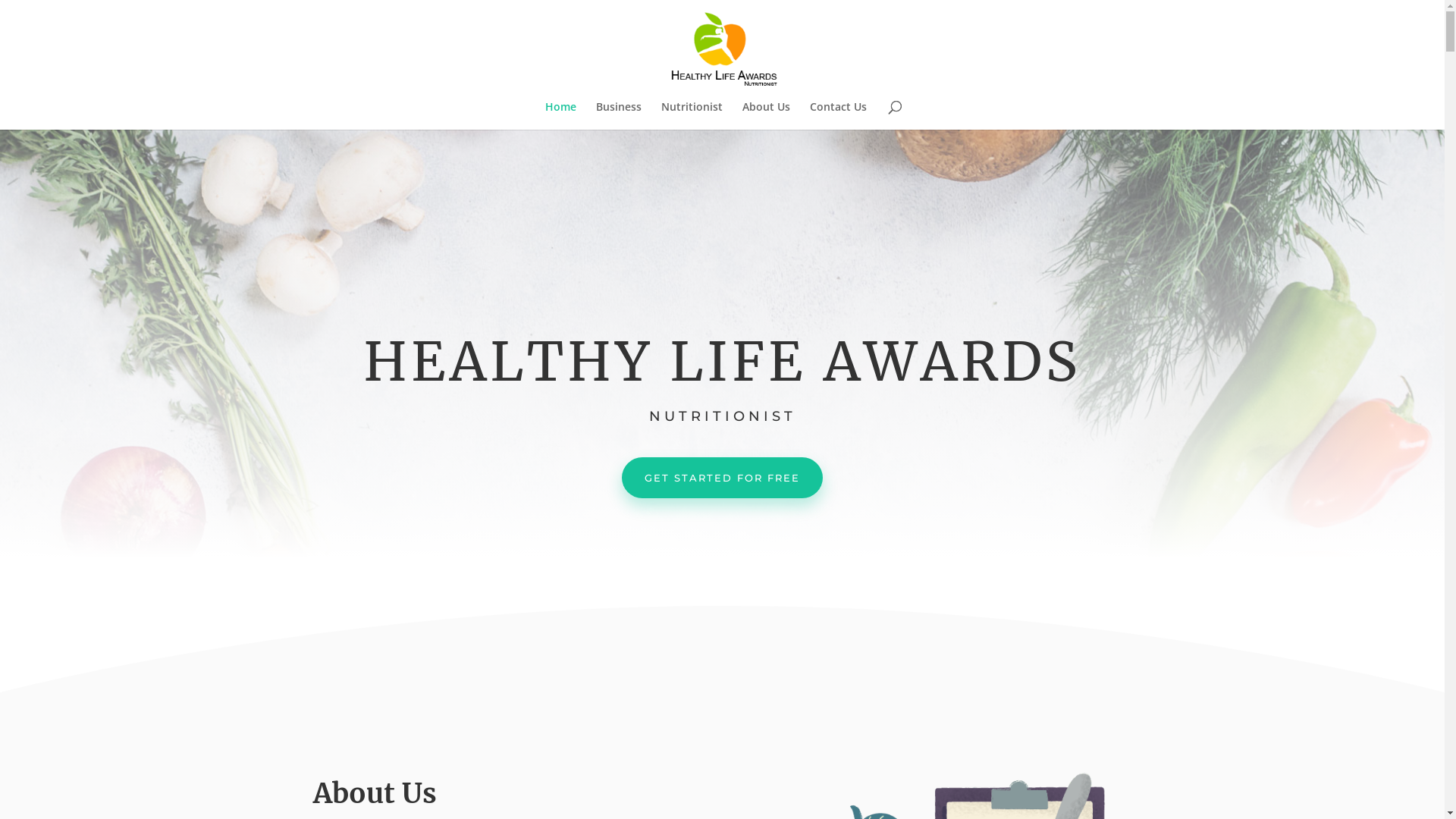 This screenshot has height=819, width=1456. What do you see at coordinates (559, 115) in the screenshot?
I see `'Home'` at bounding box center [559, 115].